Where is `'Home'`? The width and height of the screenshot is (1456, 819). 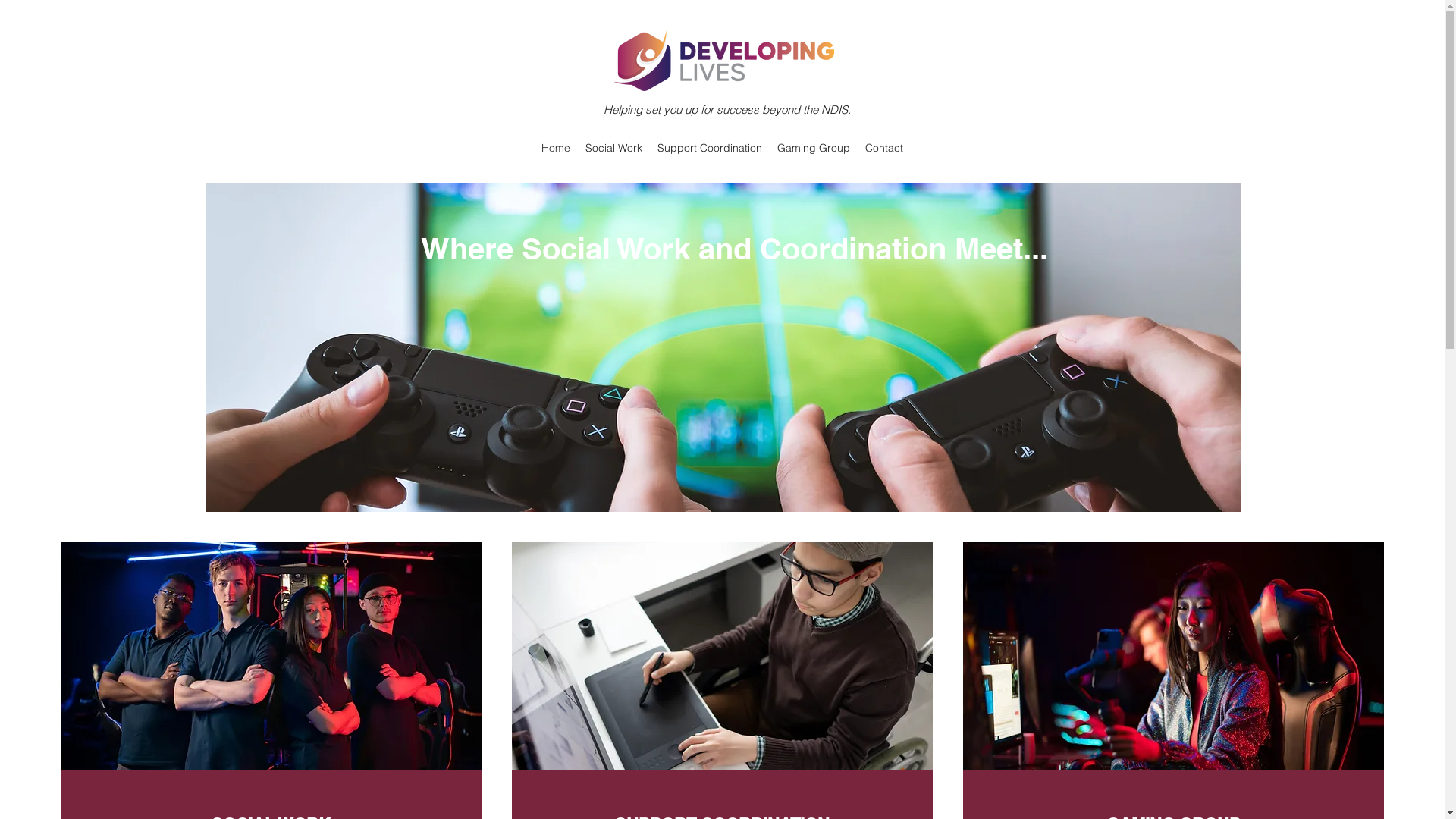
'Home' is located at coordinates (534, 148).